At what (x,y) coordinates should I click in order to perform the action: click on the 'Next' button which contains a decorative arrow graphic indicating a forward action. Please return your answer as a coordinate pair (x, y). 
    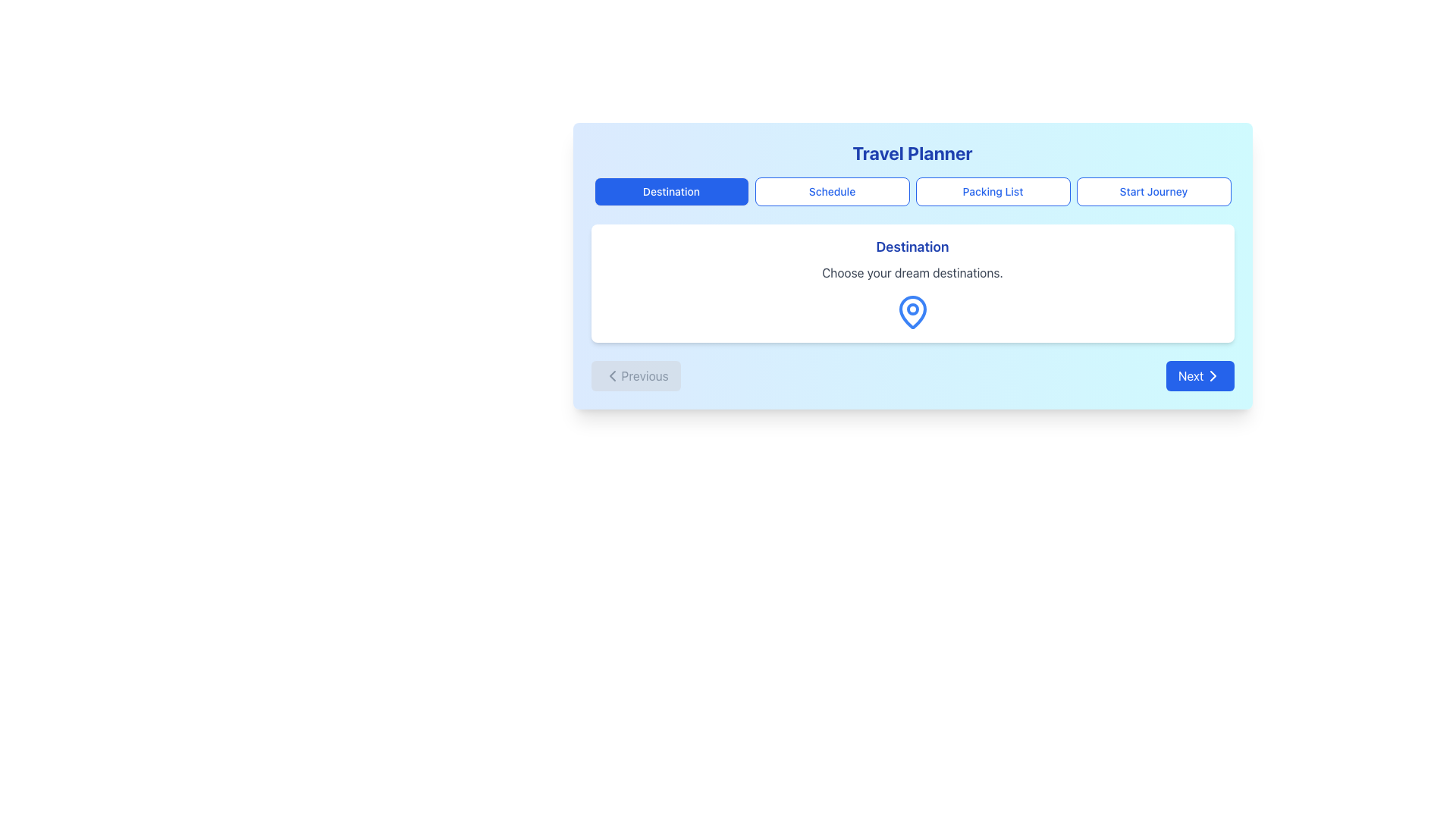
    Looking at the image, I should click on (1212, 375).